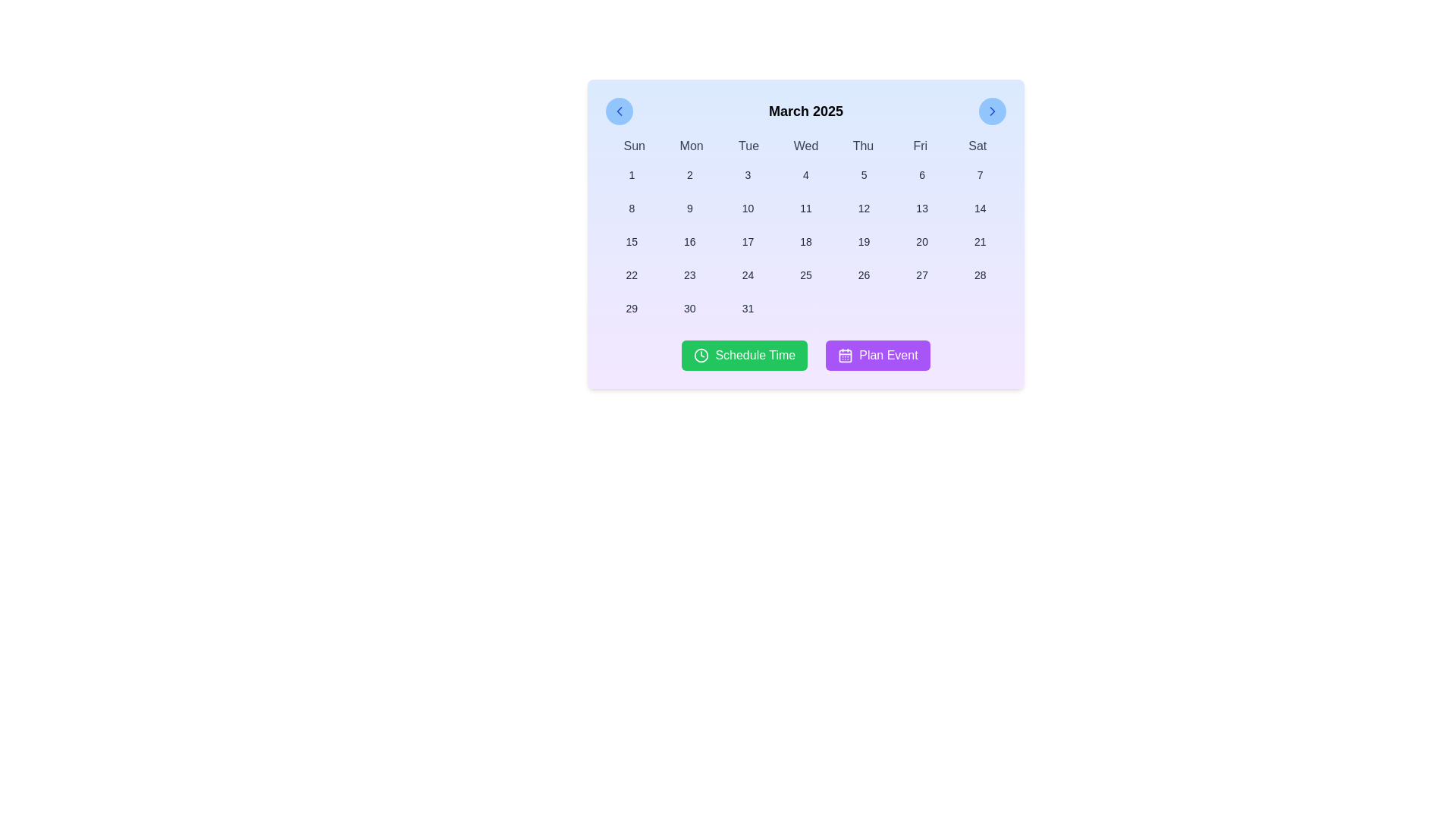 The image size is (1456, 819). What do you see at coordinates (980, 241) in the screenshot?
I see `the button labeled '21' in the sixth row and seventh column of the calendar grid` at bounding box center [980, 241].